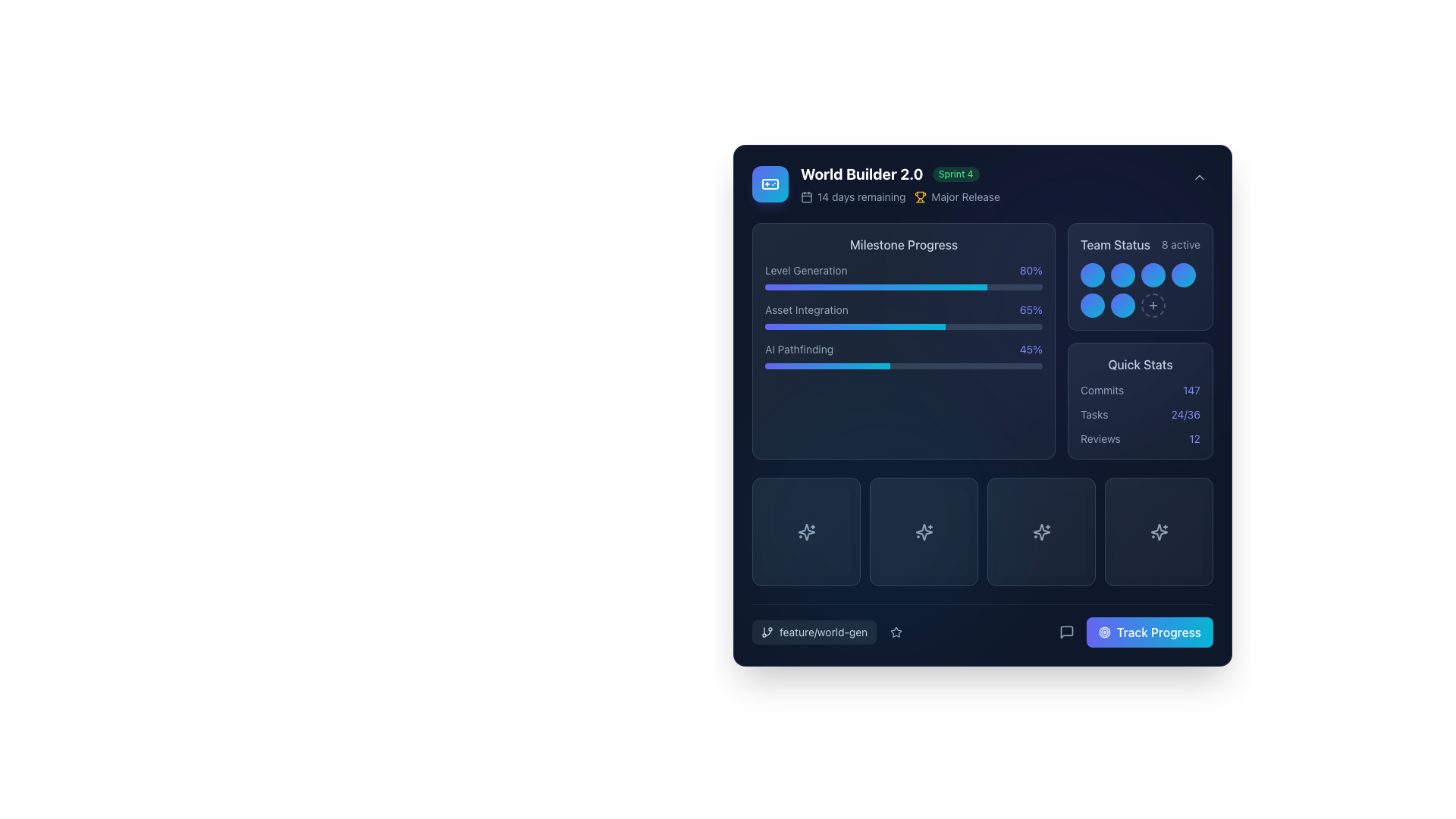  What do you see at coordinates (805, 531) in the screenshot?
I see `the rounded square button with a dark background and a centered sparkles icon located in the lower left of the group of four buttons below the 'Milestone Progress' section` at bounding box center [805, 531].